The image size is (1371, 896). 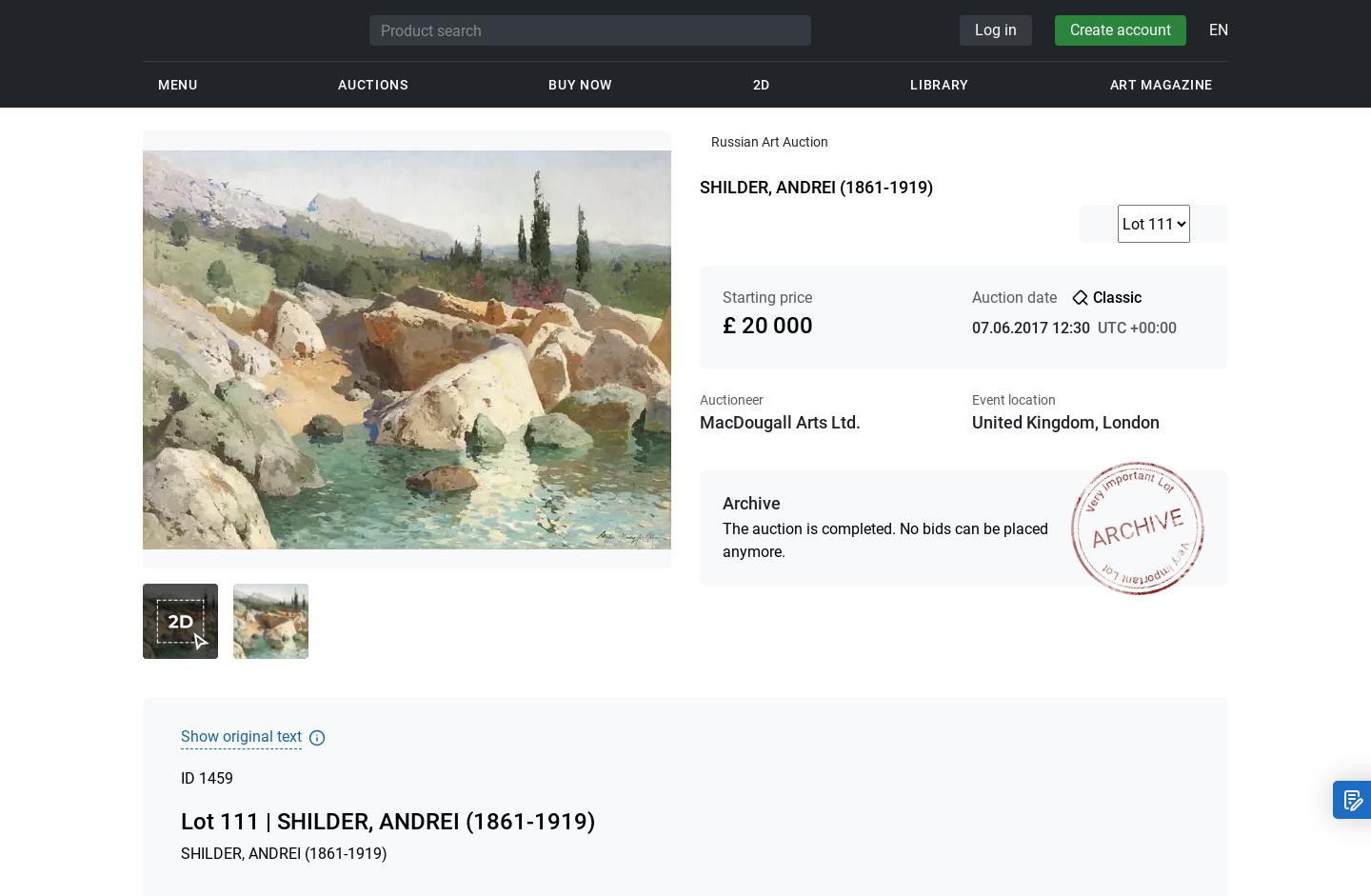 I want to click on 'Russian Art Auction', so click(x=710, y=140).